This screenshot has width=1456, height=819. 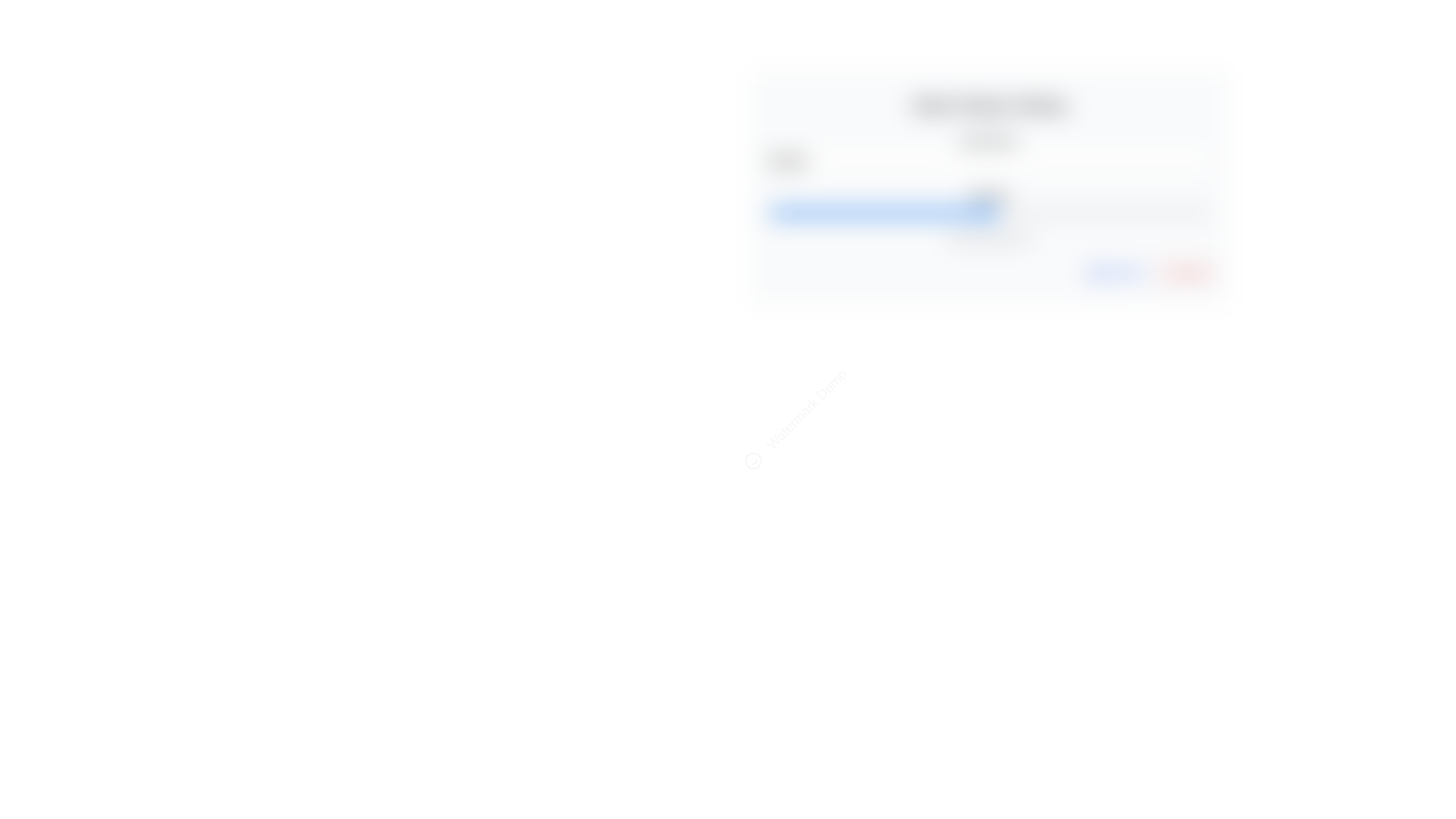 I want to click on the graphical icon located near the left side of the 'Confirm' button, which enhances its recognizability and user engagement, so click(x=1095, y=271).